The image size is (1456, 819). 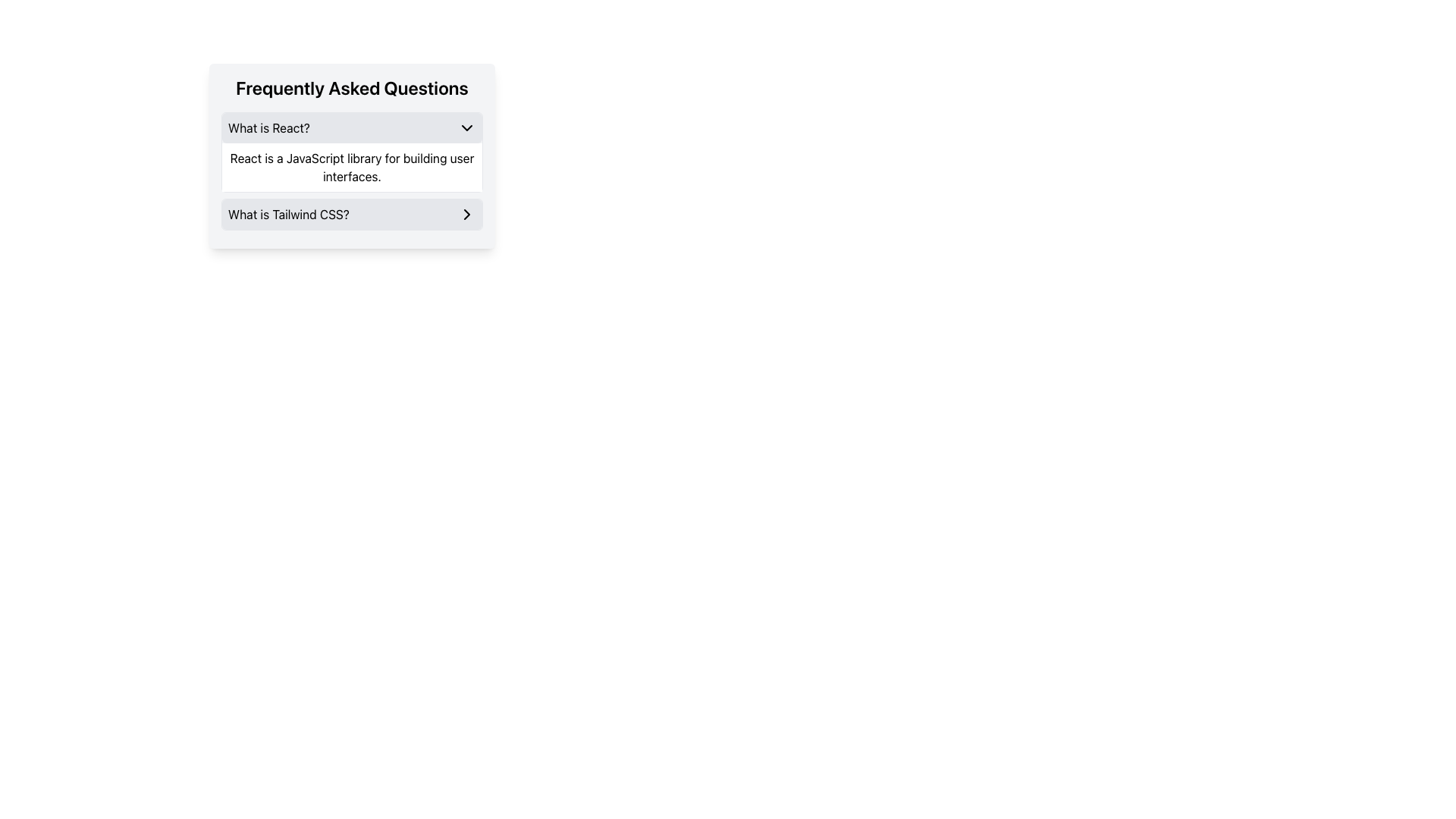 I want to click on the Chevron Arrow icon located to the far right of the 'What is Tailwind CSS?' dropdown list item, so click(x=466, y=214).